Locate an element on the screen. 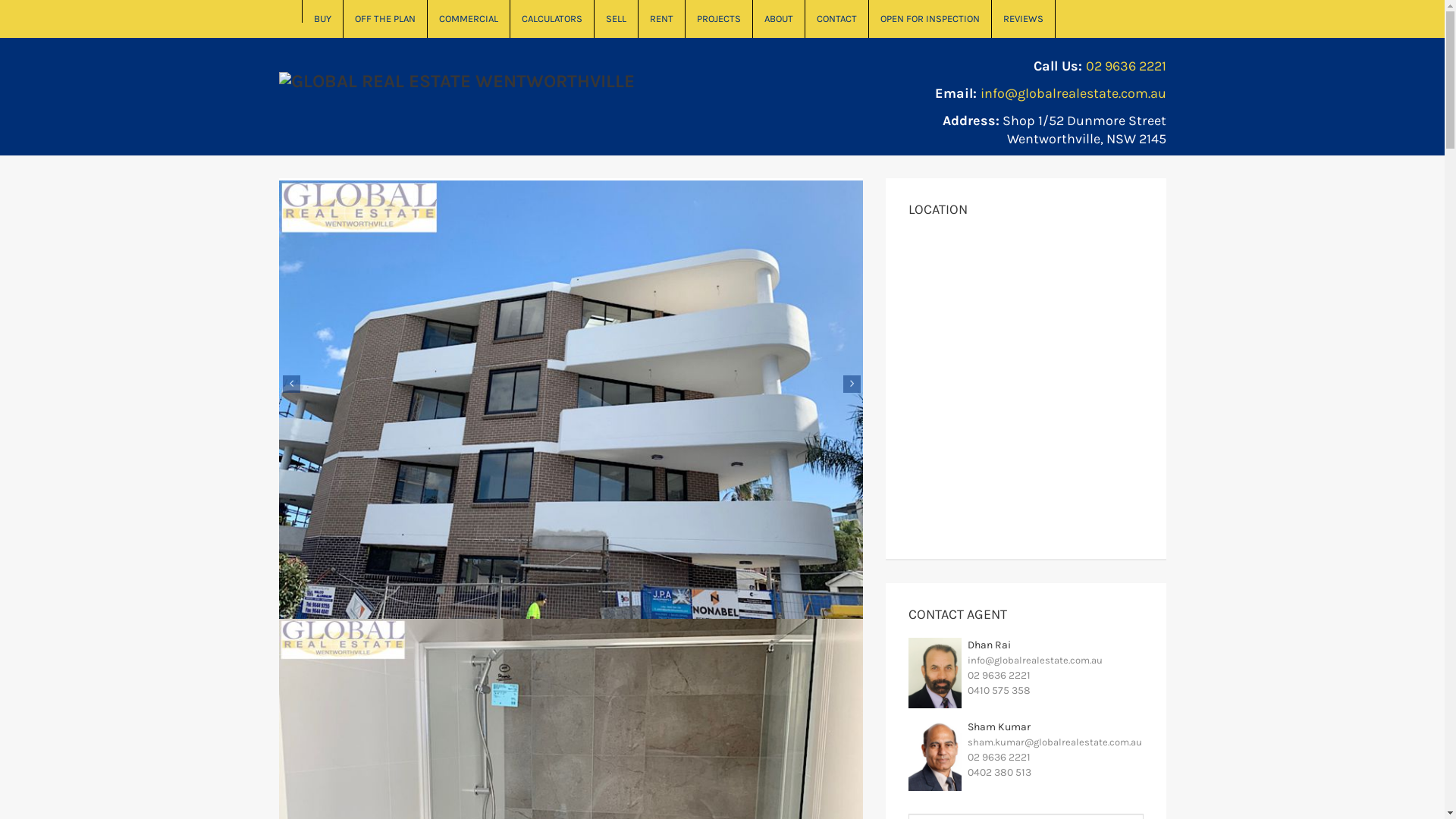  'SELL' is located at coordinates (616, 18).